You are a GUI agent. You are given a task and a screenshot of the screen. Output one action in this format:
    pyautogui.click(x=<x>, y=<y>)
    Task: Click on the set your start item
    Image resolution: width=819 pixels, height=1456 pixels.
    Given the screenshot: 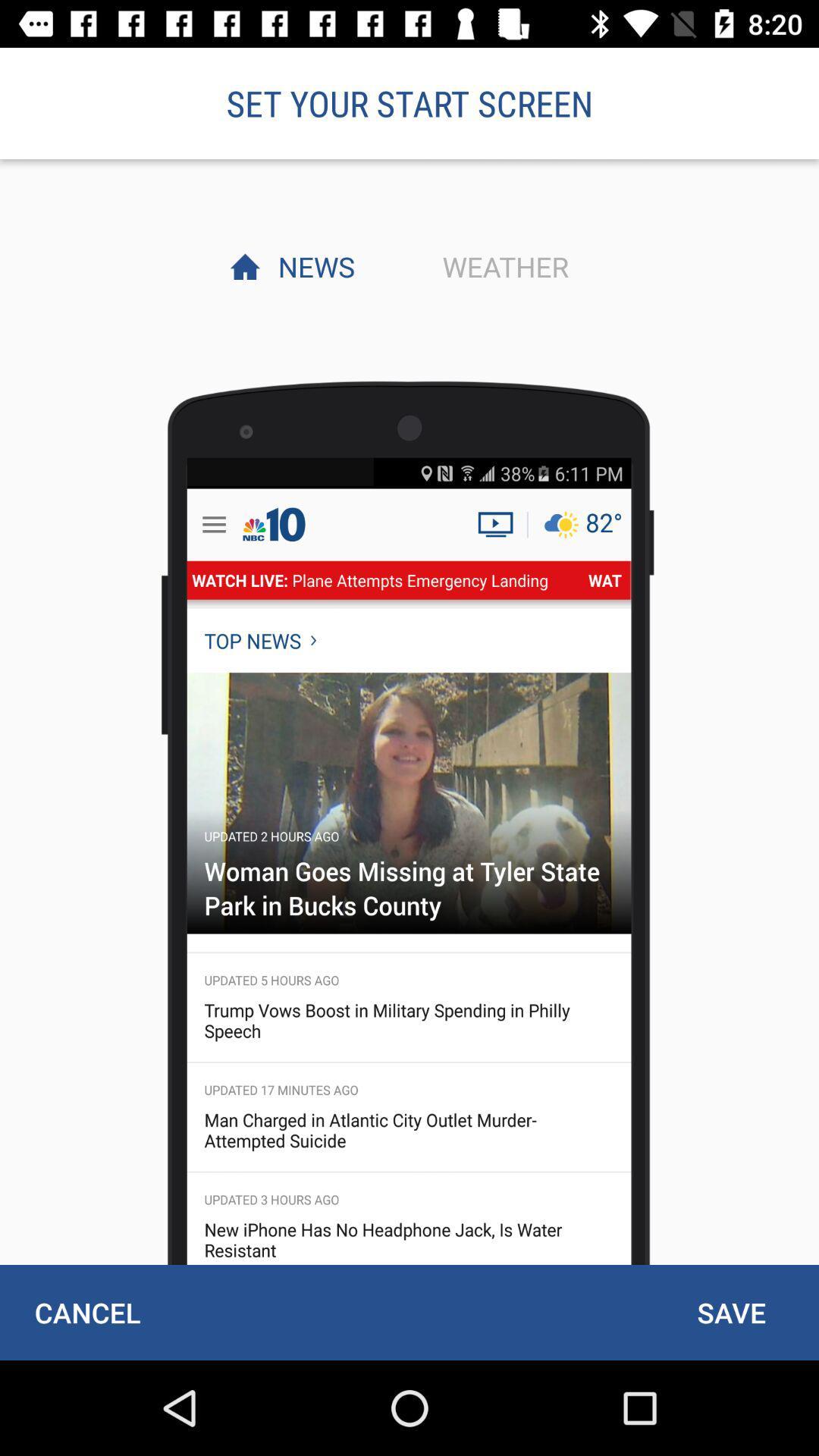 What is the action you would take?
    pyautogui.click(x=409, y=102)
    